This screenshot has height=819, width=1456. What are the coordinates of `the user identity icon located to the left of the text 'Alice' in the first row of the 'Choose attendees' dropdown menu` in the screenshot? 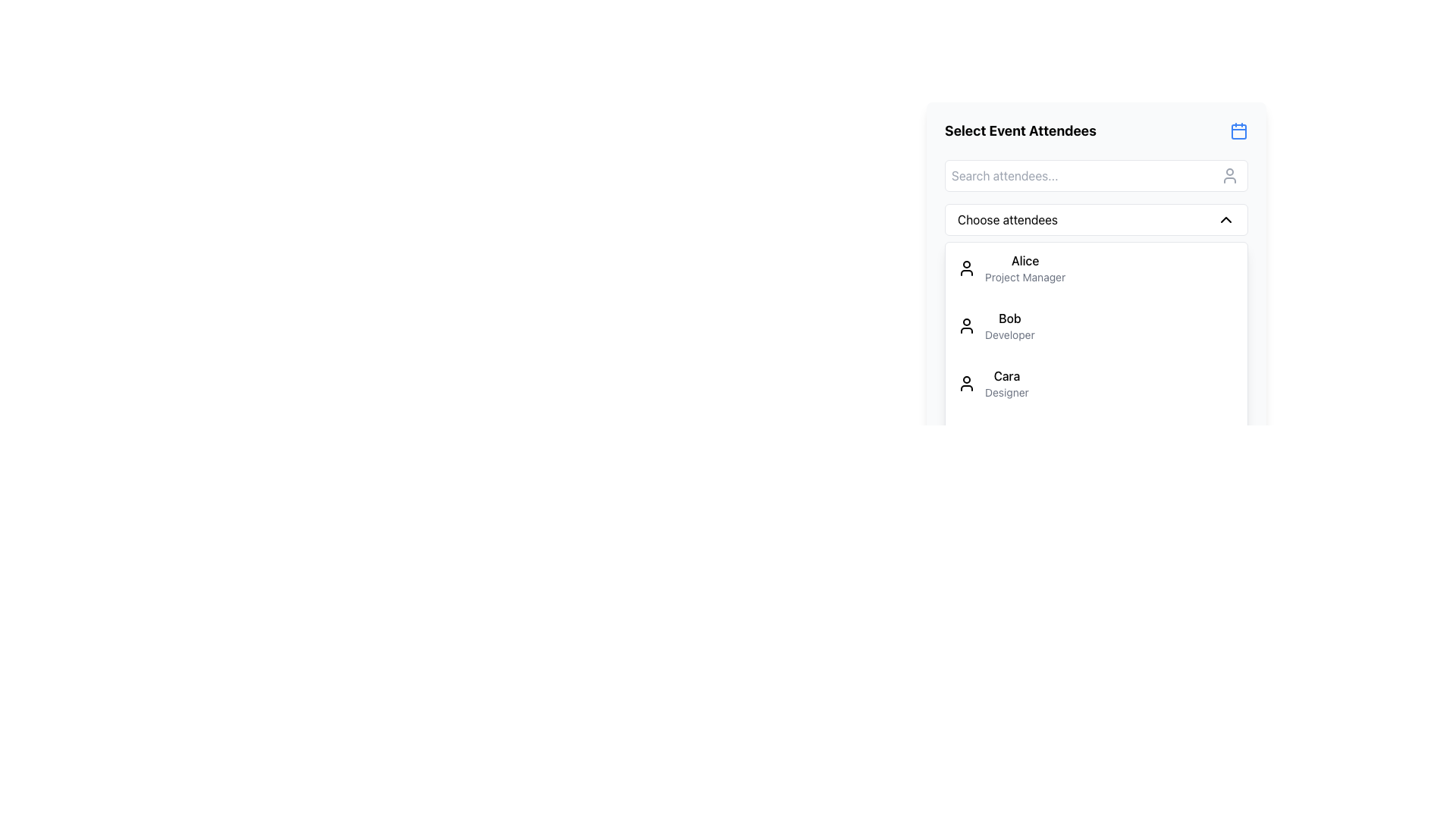 It's located at (966, 268).